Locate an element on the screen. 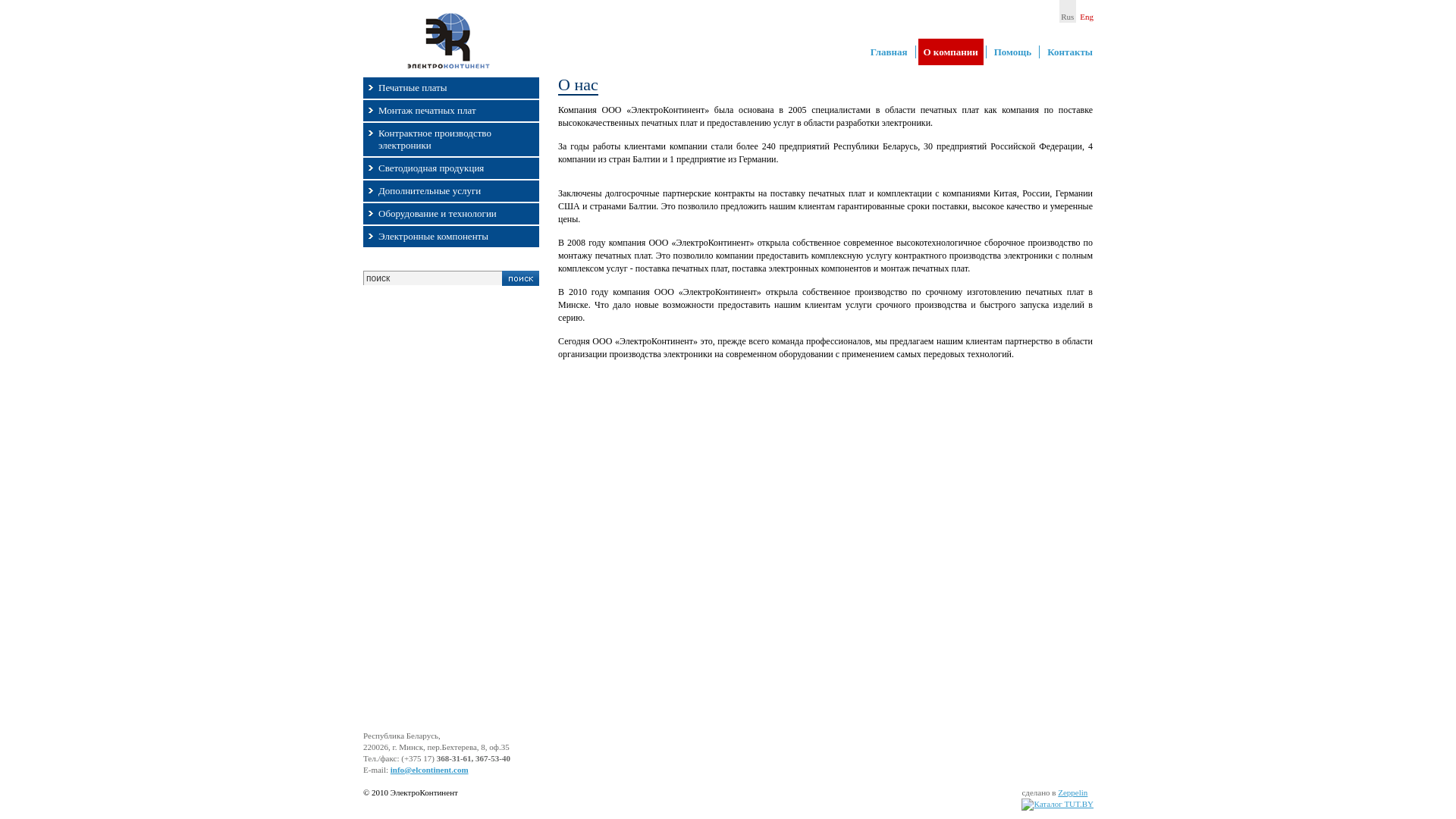 The image size is (1456, 819). 'Eng' is located at coordinates (1086, 11).